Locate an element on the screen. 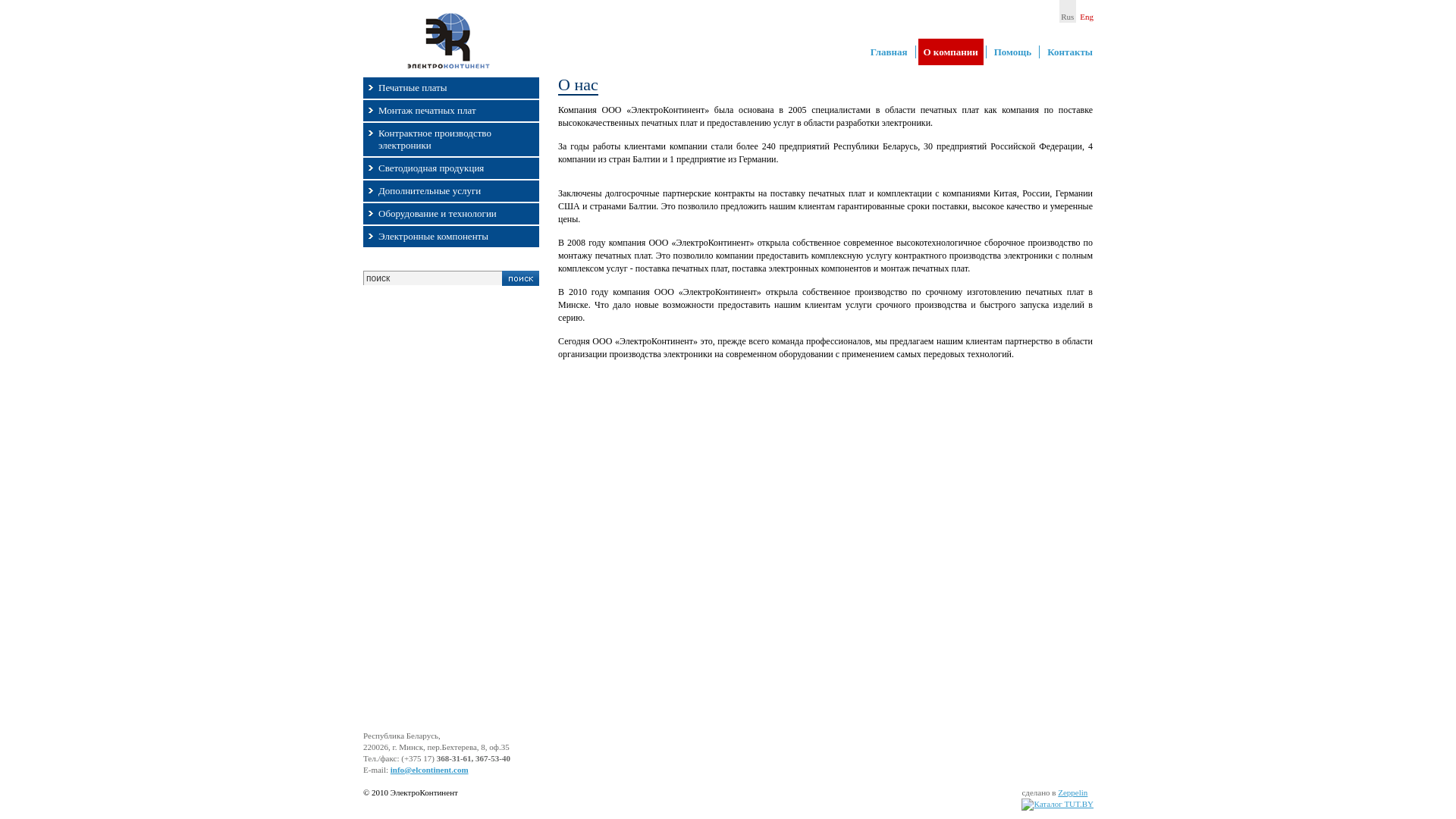 The image size is (1456, 819). 'Eng' is located at coordinates (1086, 11).